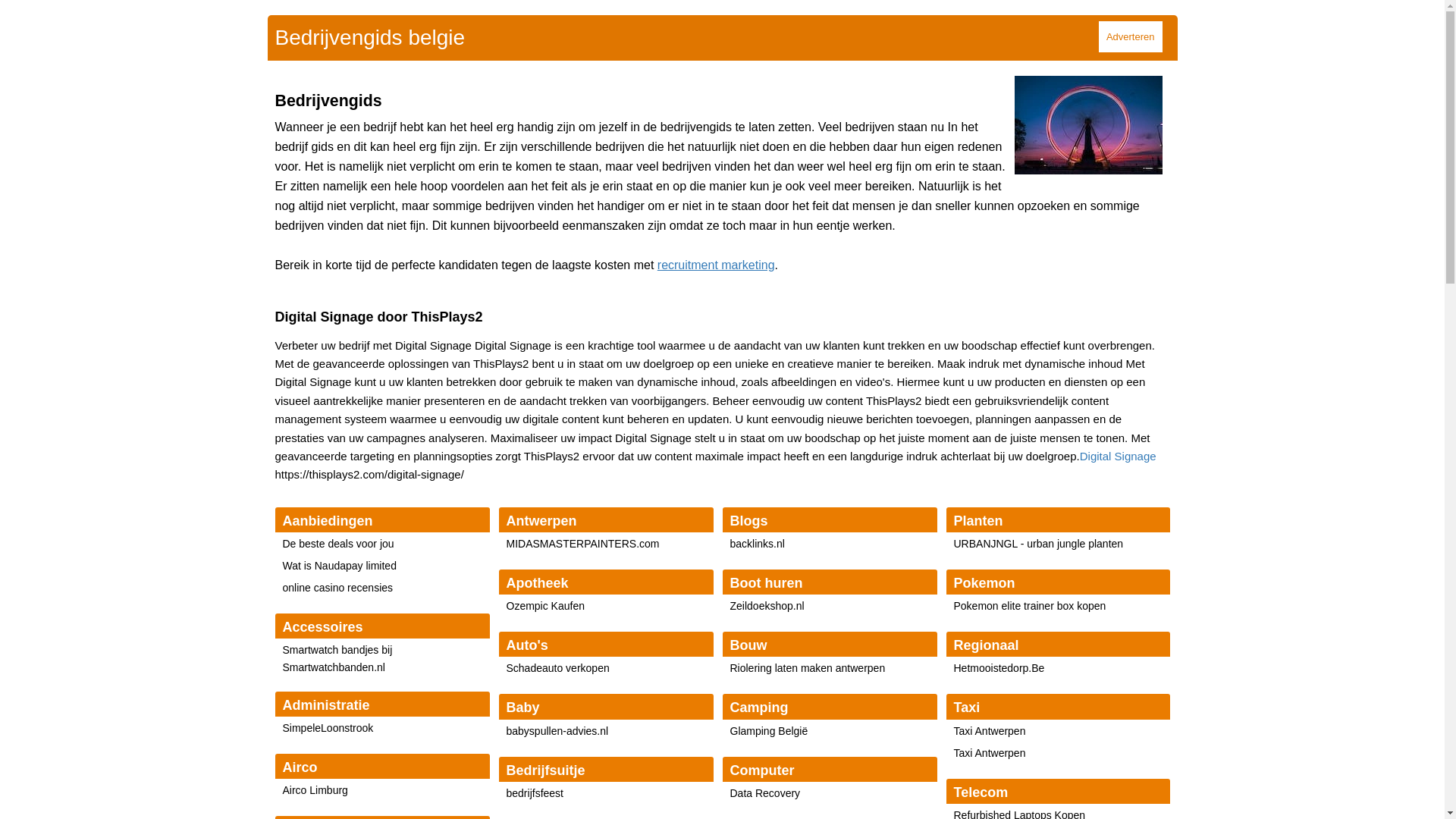 The image size is (1456, 819). Describe the element at coordinates (1079, 455) in the screenshot. I see `'Digital Signage'` at that location.